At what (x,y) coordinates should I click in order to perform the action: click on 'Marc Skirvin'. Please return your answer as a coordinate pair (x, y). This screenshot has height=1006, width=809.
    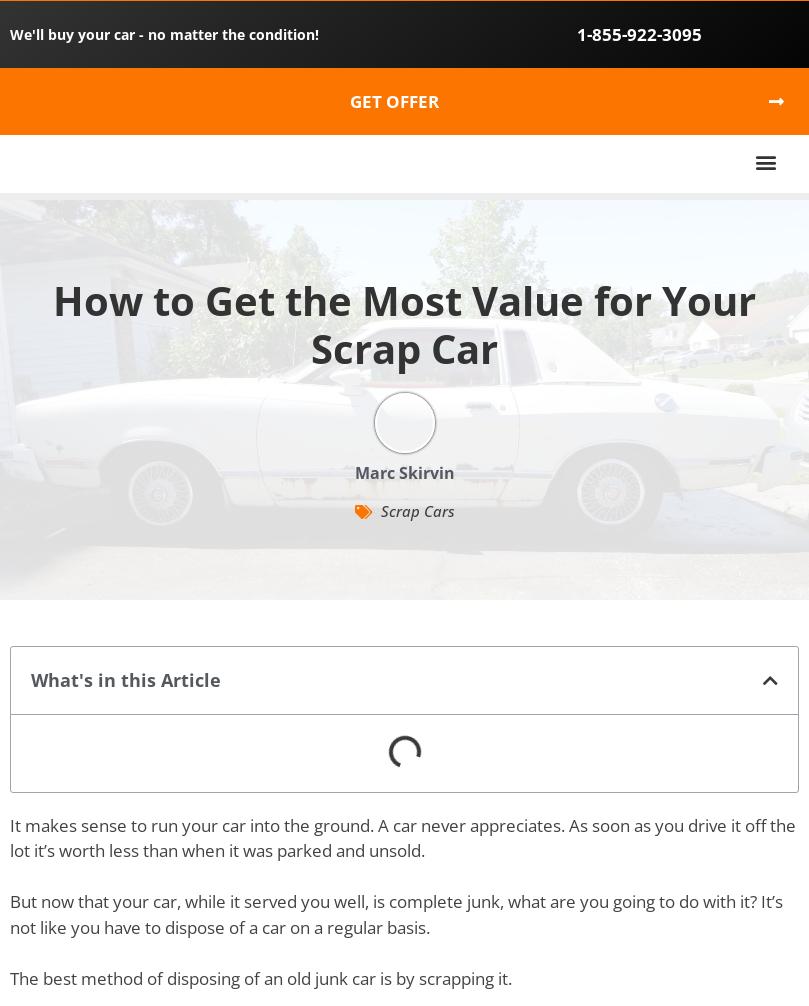
    Looking at the image, I should click on (354, 472).